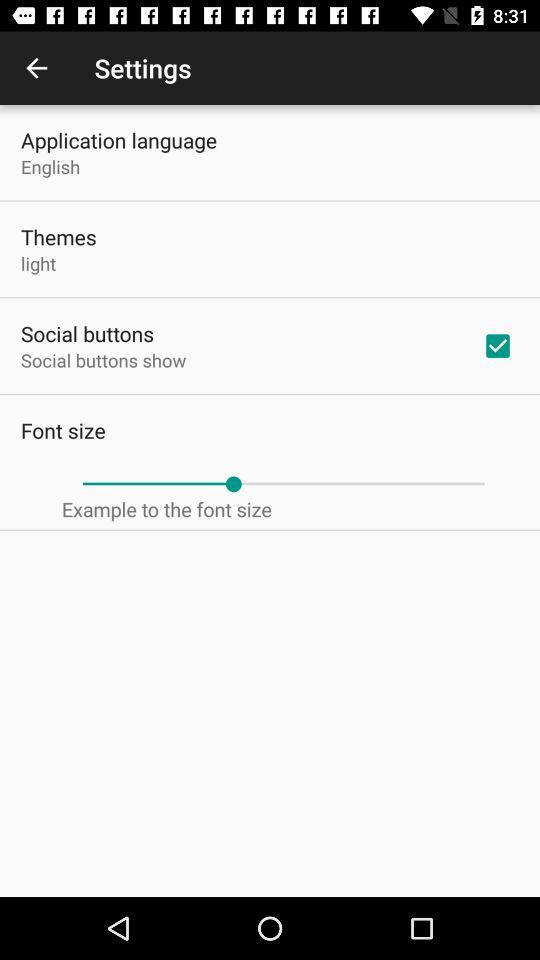  Describe the element at coordinates (36, 68) in the screenshot. I see `app to the left of settings` at that location.